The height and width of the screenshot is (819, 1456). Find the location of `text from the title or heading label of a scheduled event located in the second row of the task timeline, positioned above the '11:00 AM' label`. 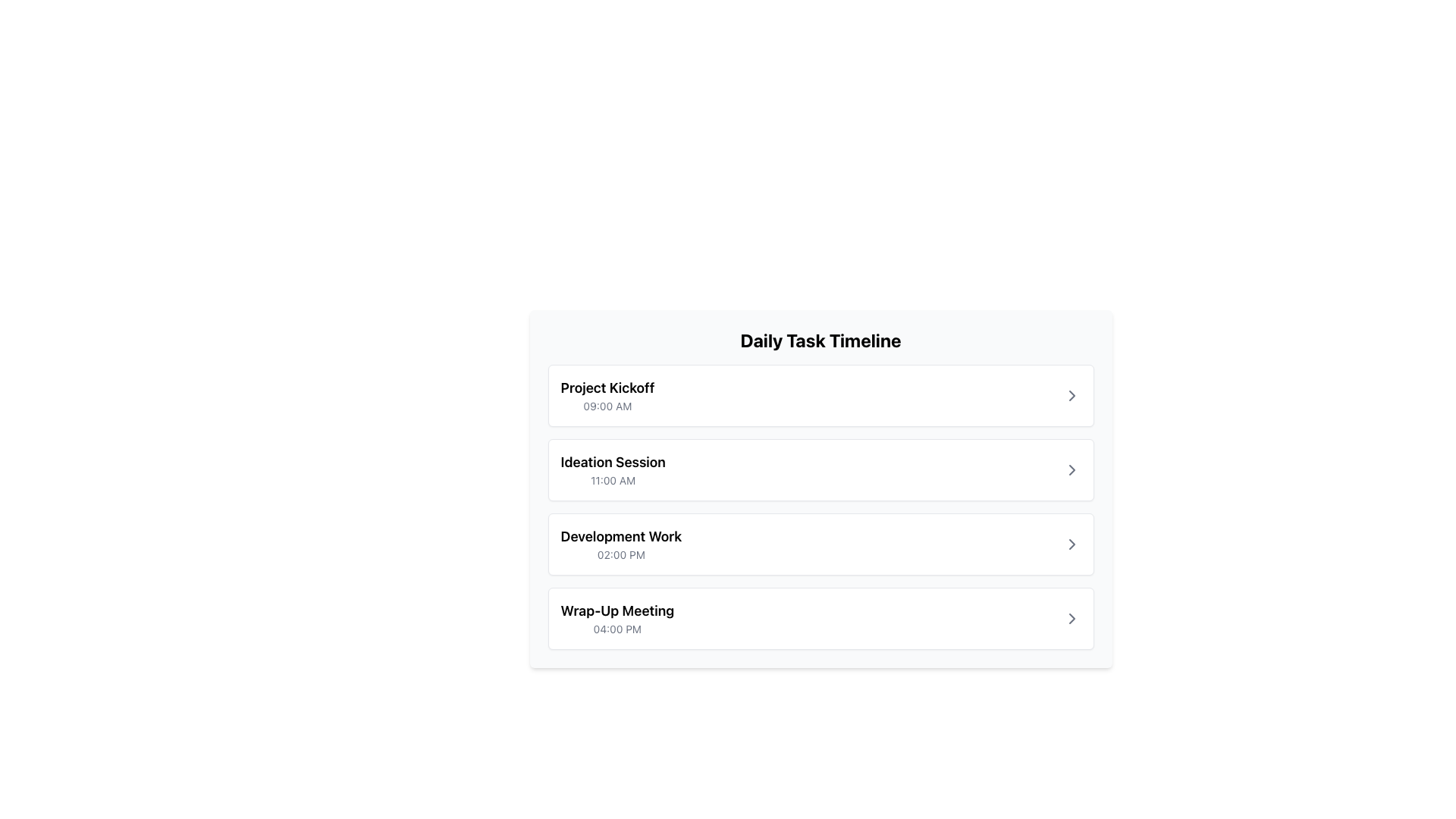

text from the title or heading label of a scheduled event located in the second row of the task timeline, positioned above the '11:00 AM' label is located at coordinates (613, 461).